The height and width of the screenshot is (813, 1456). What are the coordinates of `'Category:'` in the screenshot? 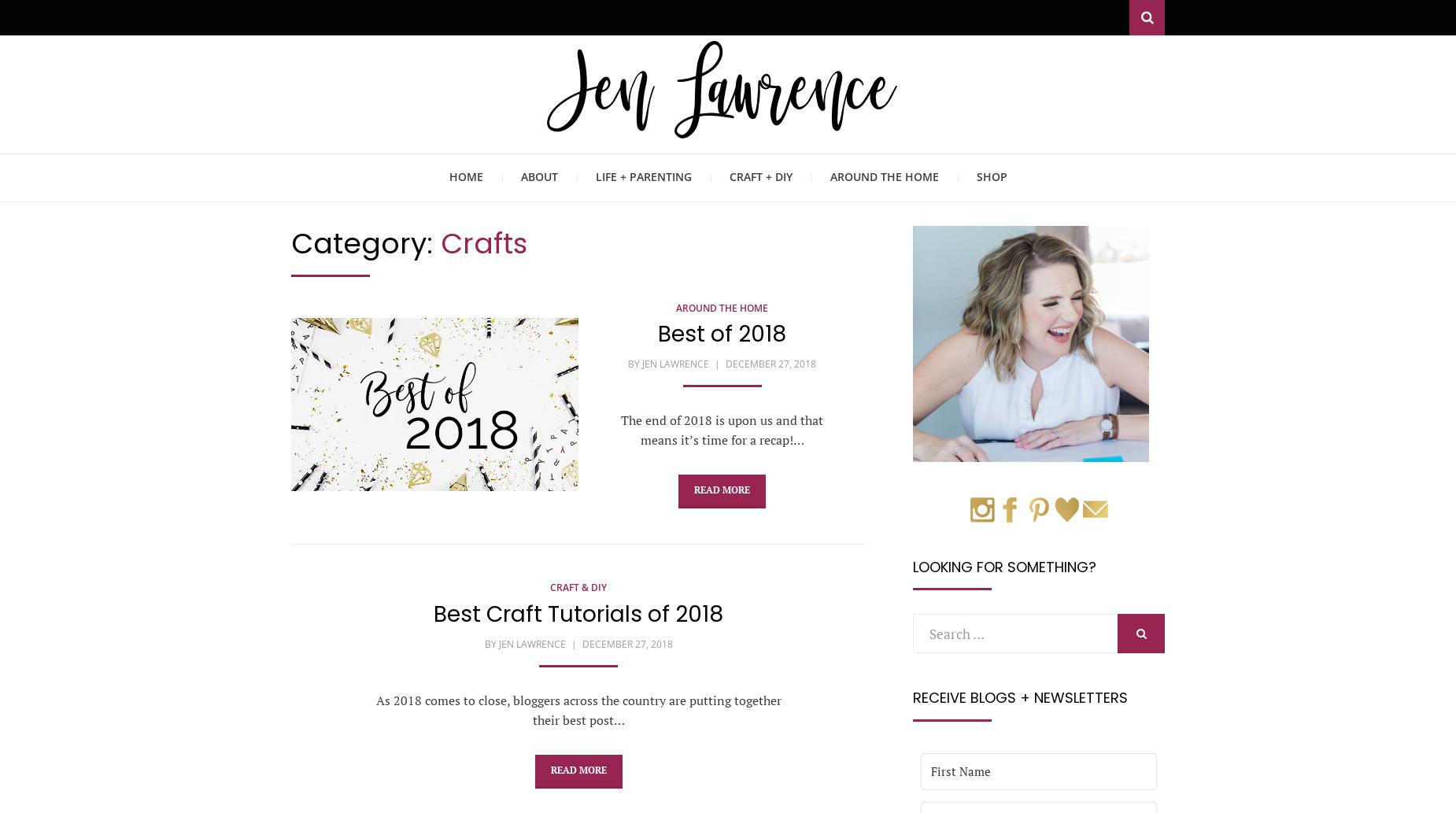 It's located at (366, 242).